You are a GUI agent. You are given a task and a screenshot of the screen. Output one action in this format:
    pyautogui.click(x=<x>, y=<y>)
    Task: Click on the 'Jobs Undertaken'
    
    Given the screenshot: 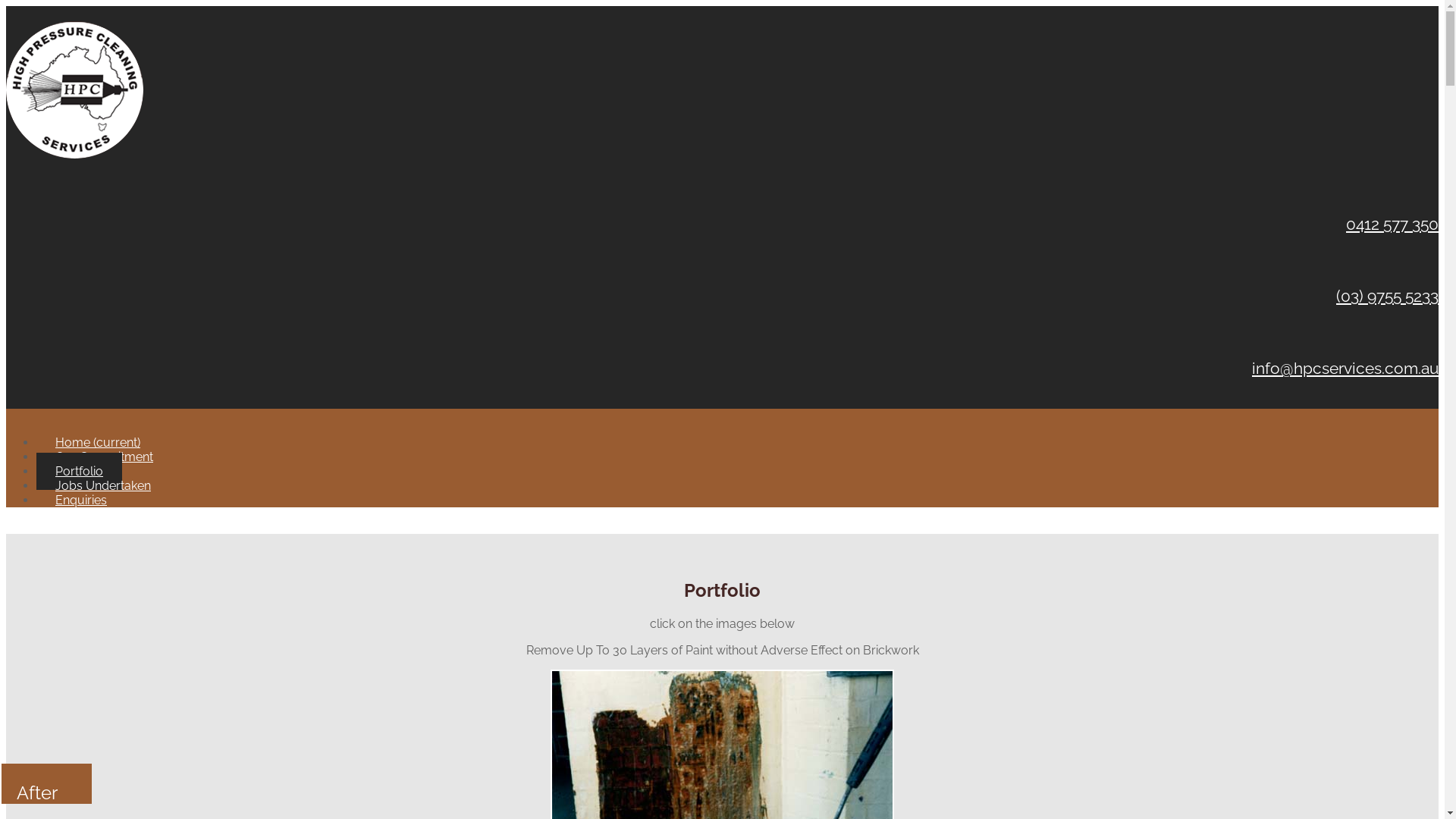 What is the action you would take?
    pyautogui.click(x=102, y=485)
    